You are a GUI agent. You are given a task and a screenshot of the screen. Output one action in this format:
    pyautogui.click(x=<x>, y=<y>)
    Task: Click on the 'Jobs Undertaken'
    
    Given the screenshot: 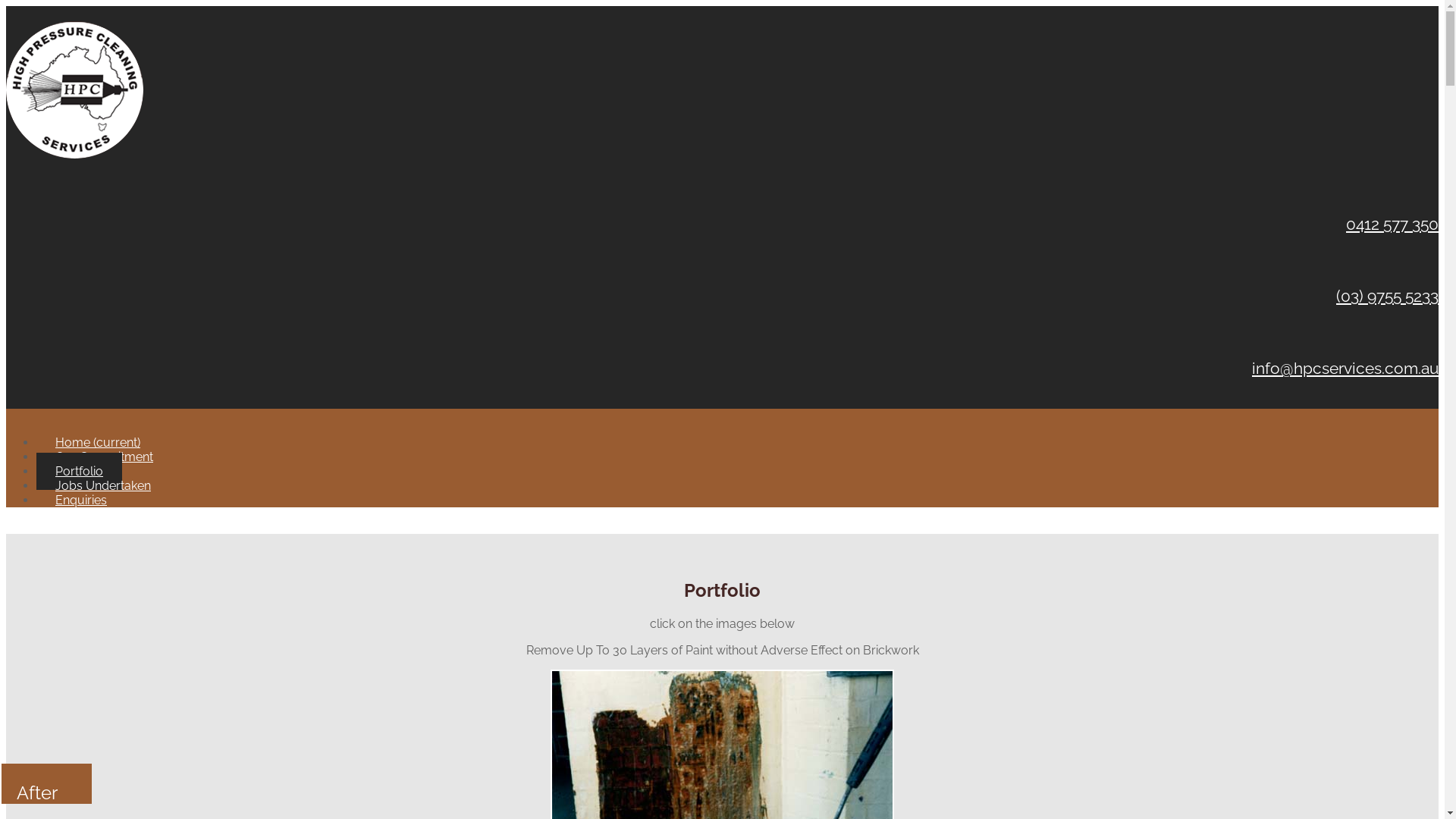 What is the action you would take?
    pyautogui.click(x=102, y=485)
    